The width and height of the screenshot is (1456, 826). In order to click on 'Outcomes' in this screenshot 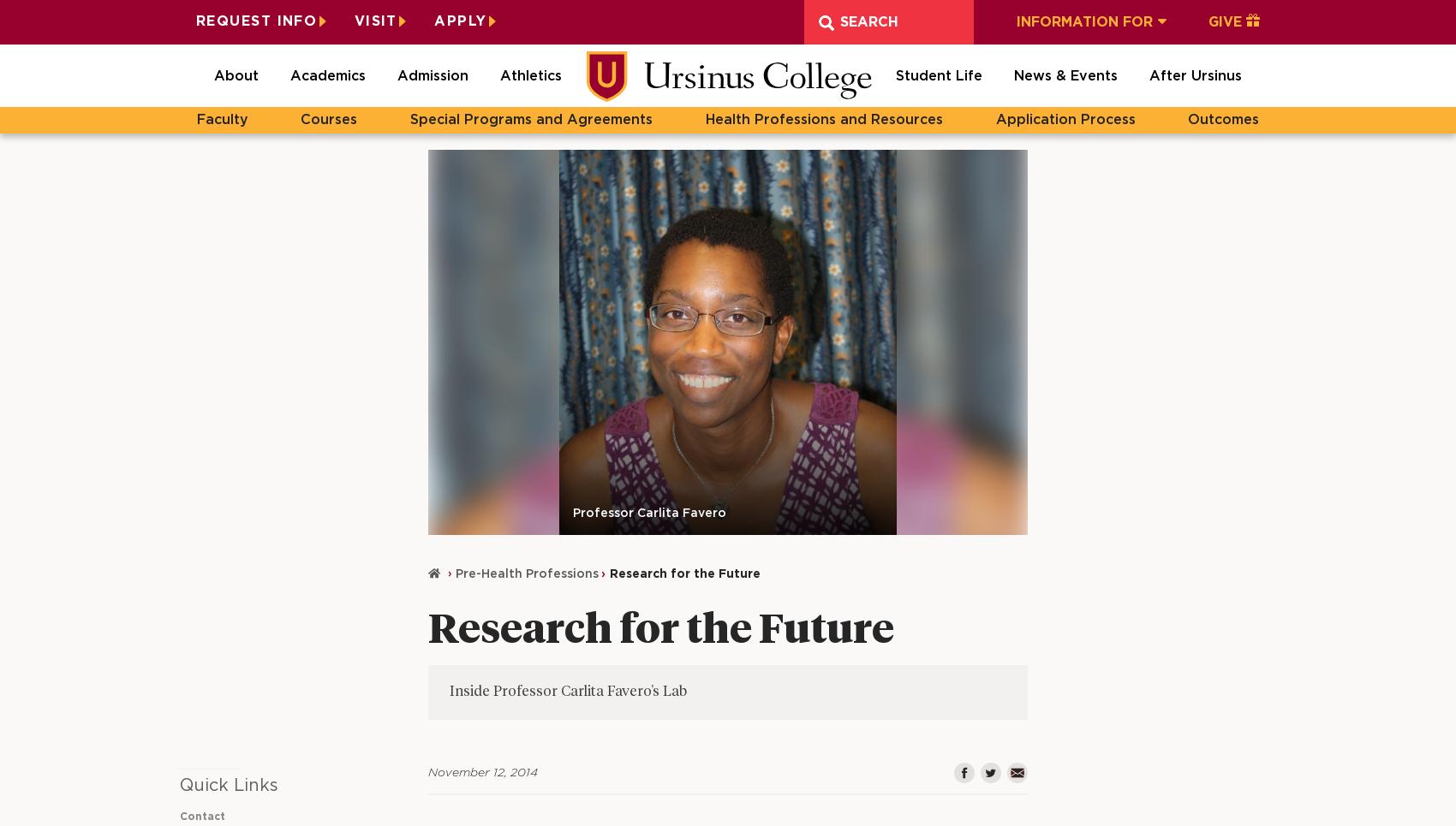, I will do `click(1222, 120)`.